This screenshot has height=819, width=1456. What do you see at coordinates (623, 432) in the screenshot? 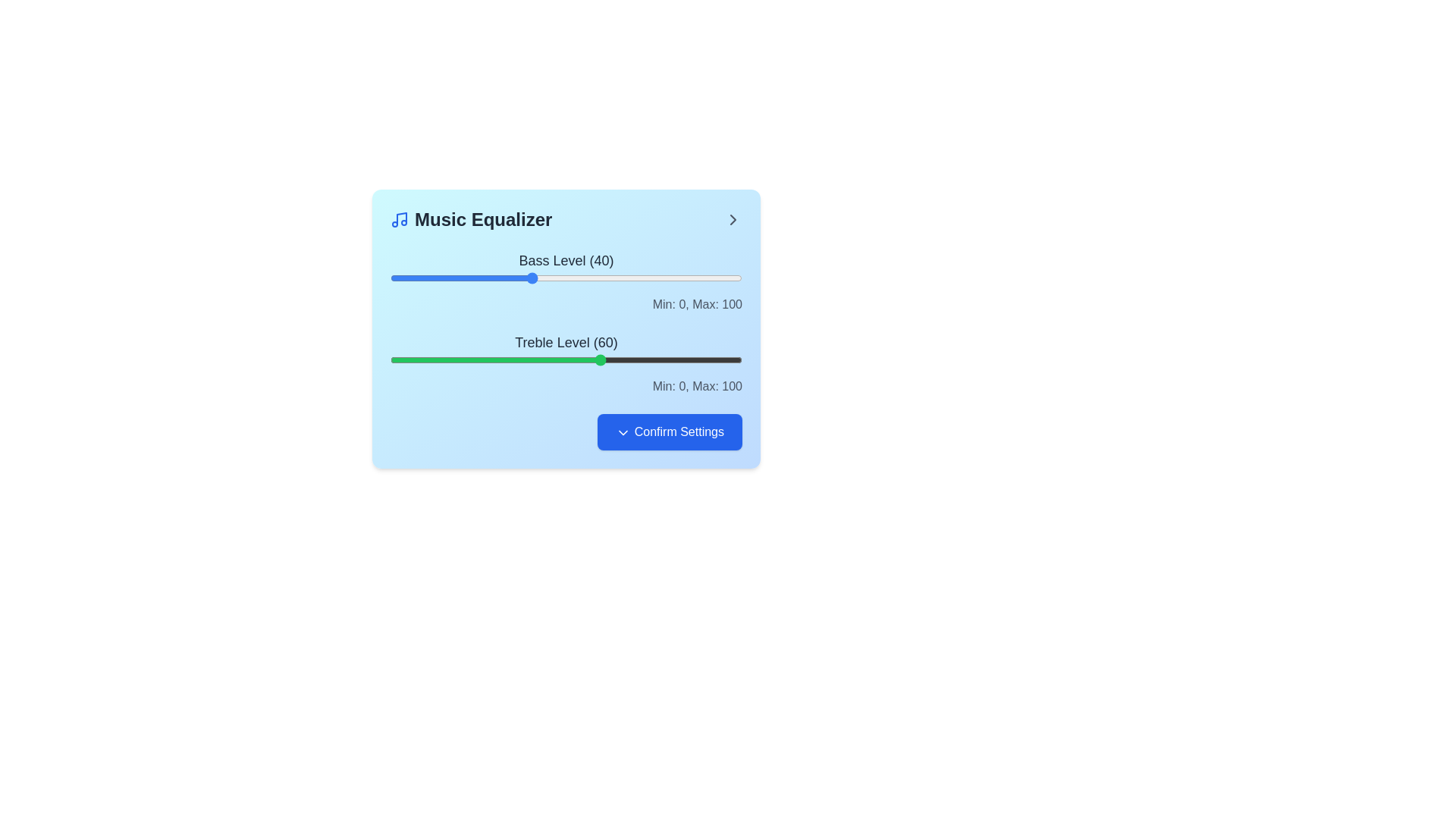
I see `the icon located to the right of the 'Confirm Settings' text within the button, which indicates additional options or functionality` at bounding box center [623, 432].